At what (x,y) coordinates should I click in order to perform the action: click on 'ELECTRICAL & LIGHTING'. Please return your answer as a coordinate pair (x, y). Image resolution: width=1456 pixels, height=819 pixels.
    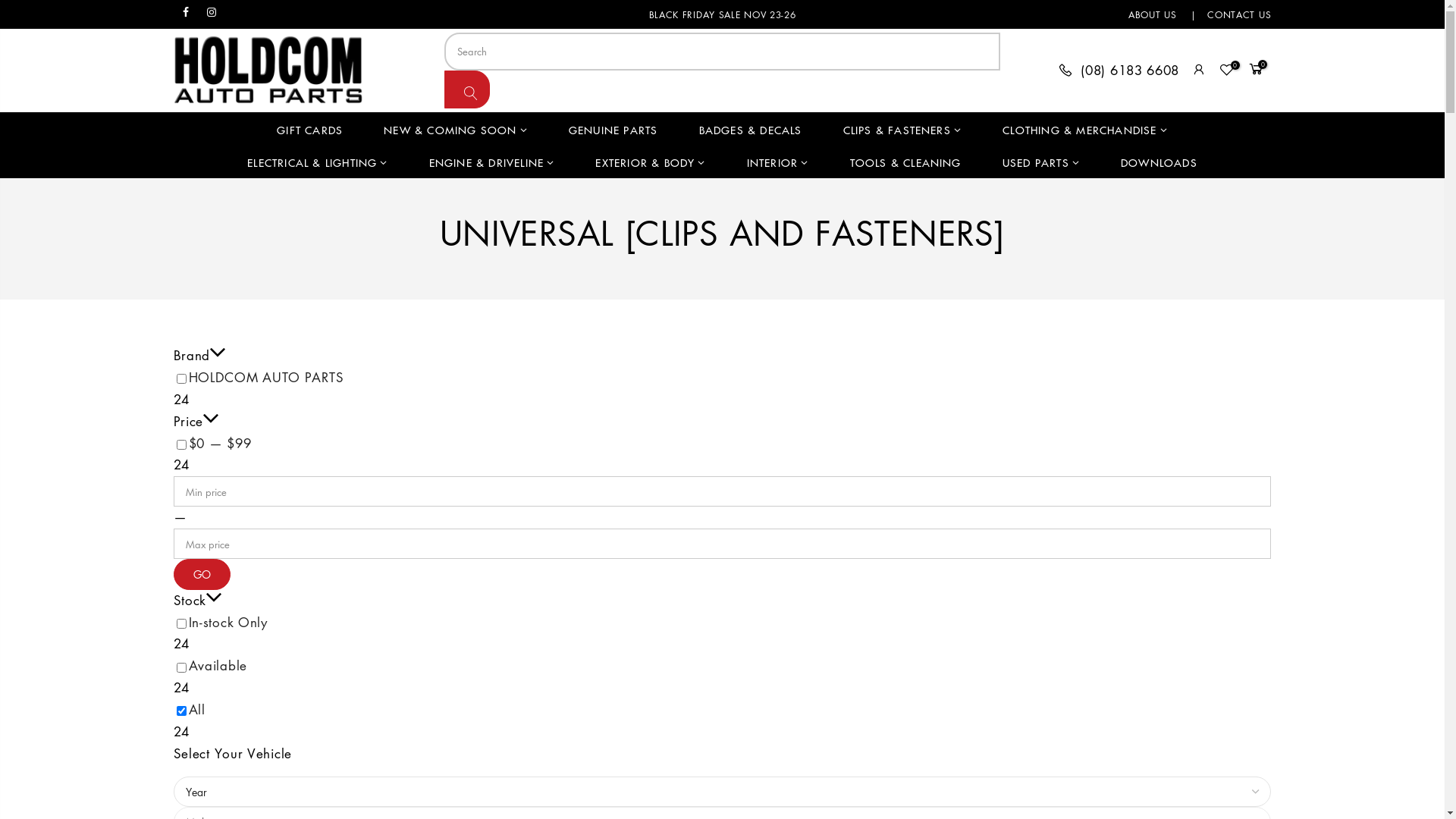
    Looking at the image, I should click on (316, 162).